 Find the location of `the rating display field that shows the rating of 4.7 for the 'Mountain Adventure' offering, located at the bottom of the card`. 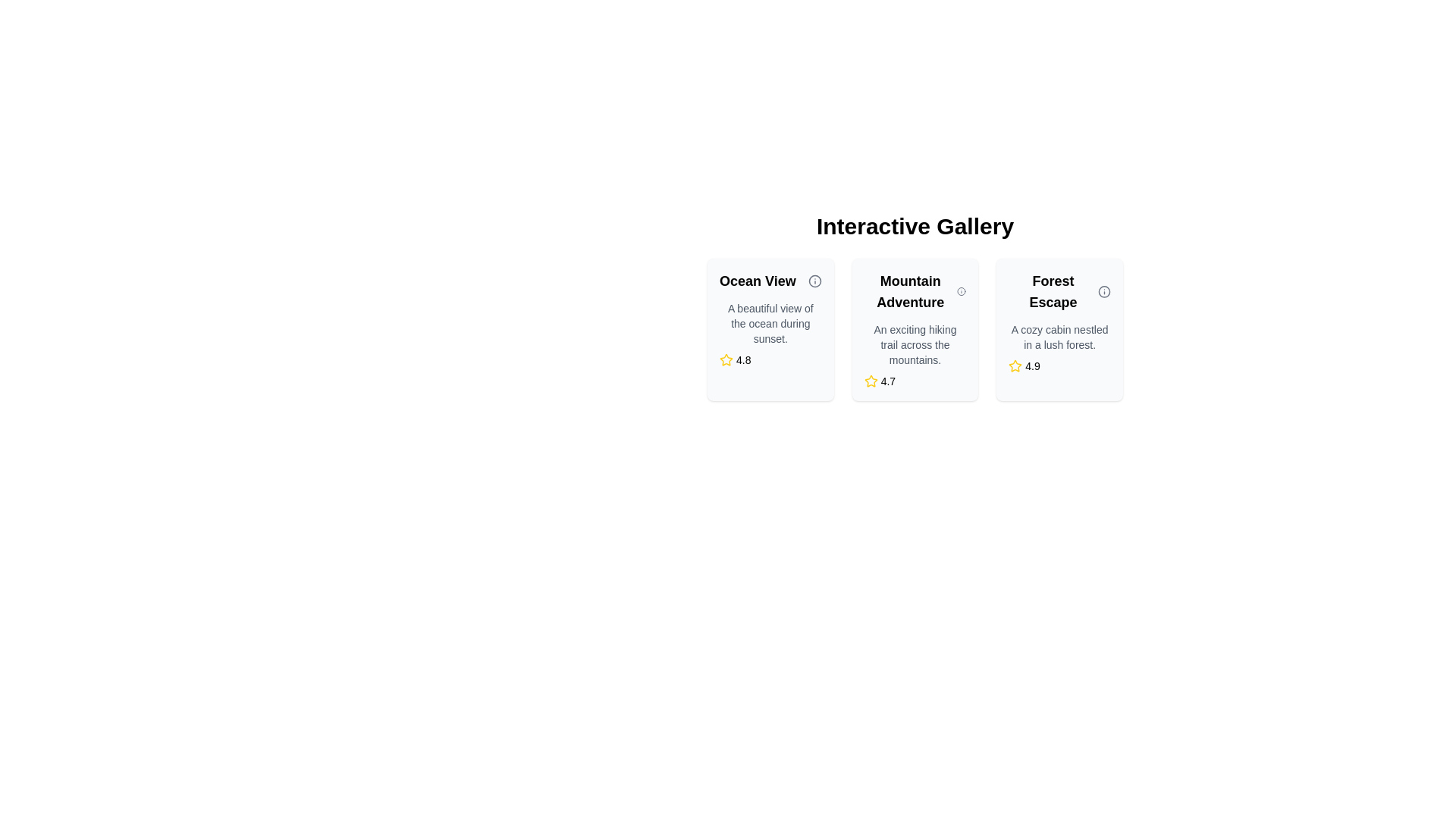

the rating display field that shows the rating of 4.7 for the 'Mountain Adventure' offering, located at the bottom of the card is located at coordinates (914, 380).